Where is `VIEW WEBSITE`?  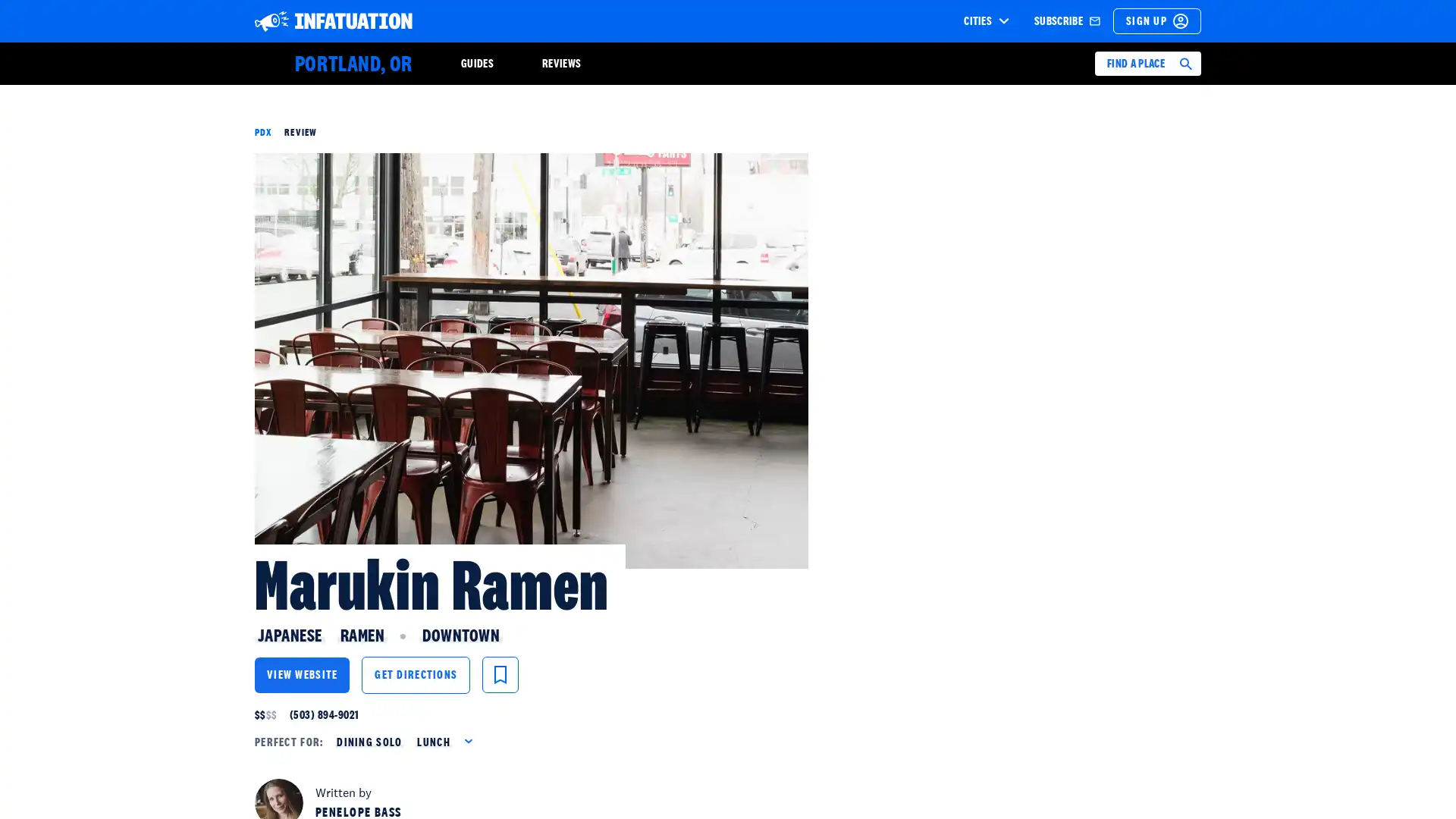 VIEW WEBSITE is located at coordinates (302, 674).